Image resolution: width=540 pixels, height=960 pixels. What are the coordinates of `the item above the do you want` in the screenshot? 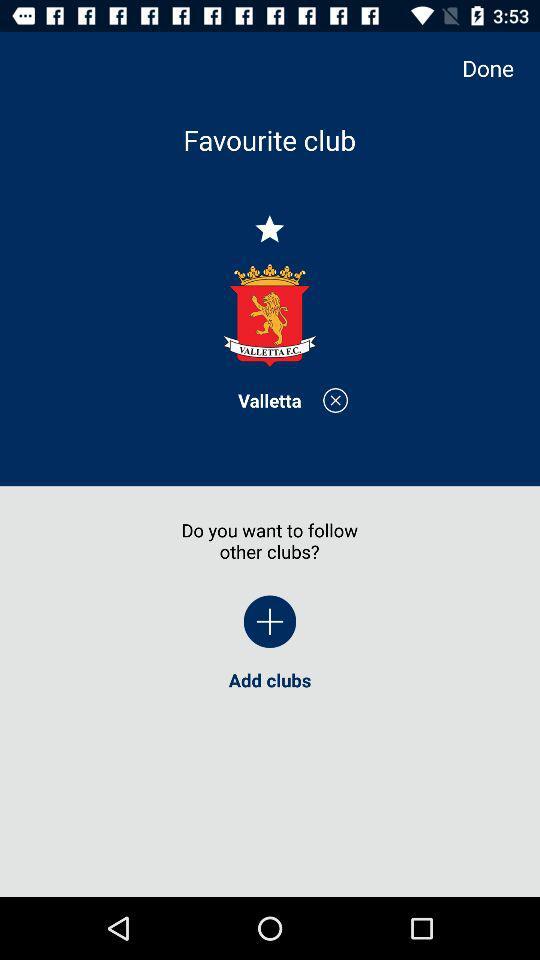 It's located at (269, 399).